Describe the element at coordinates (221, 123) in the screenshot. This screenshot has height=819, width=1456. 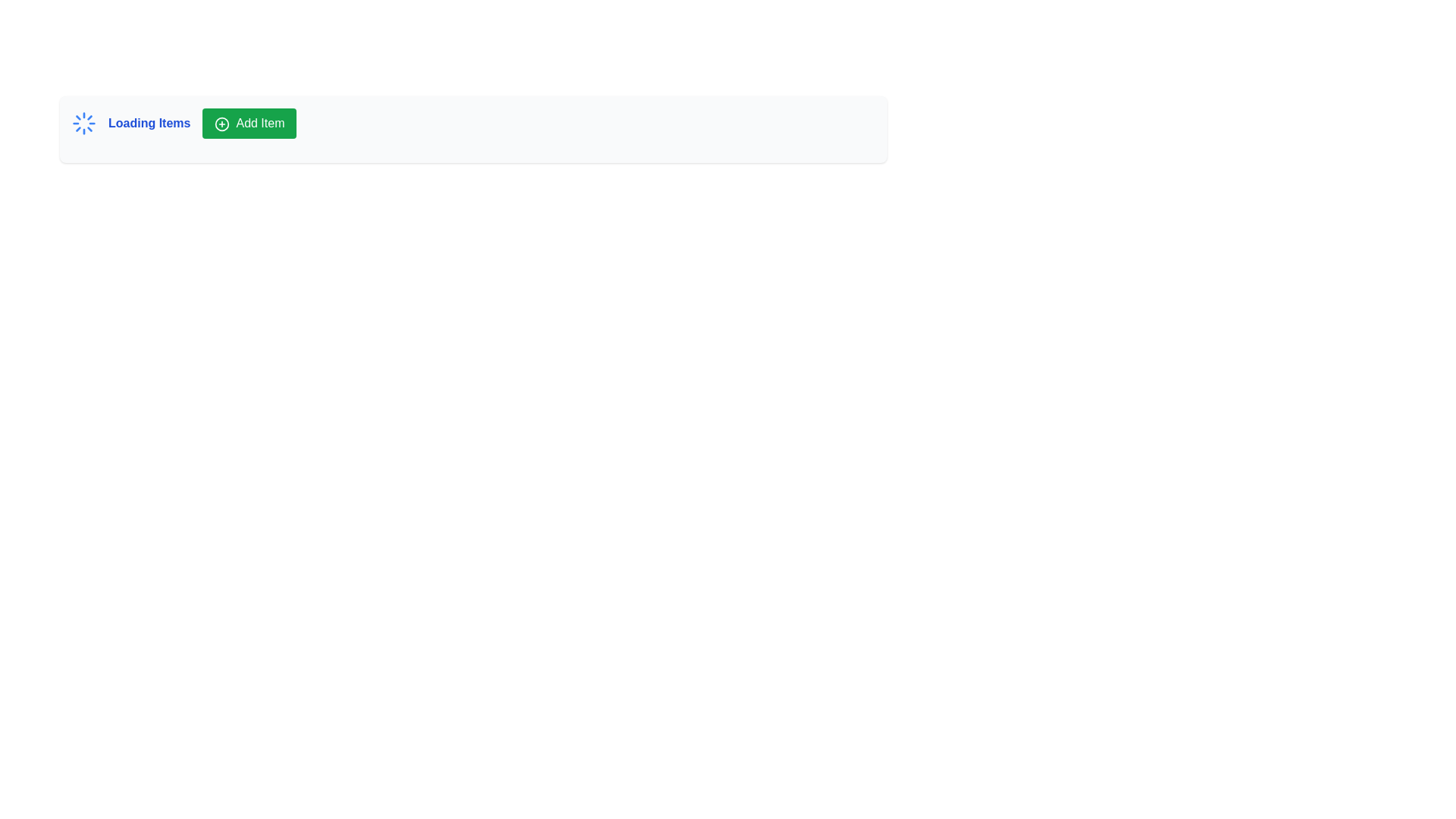
I see `the circular outline of the plus icon located on the green 'Add Item' button` at that location.